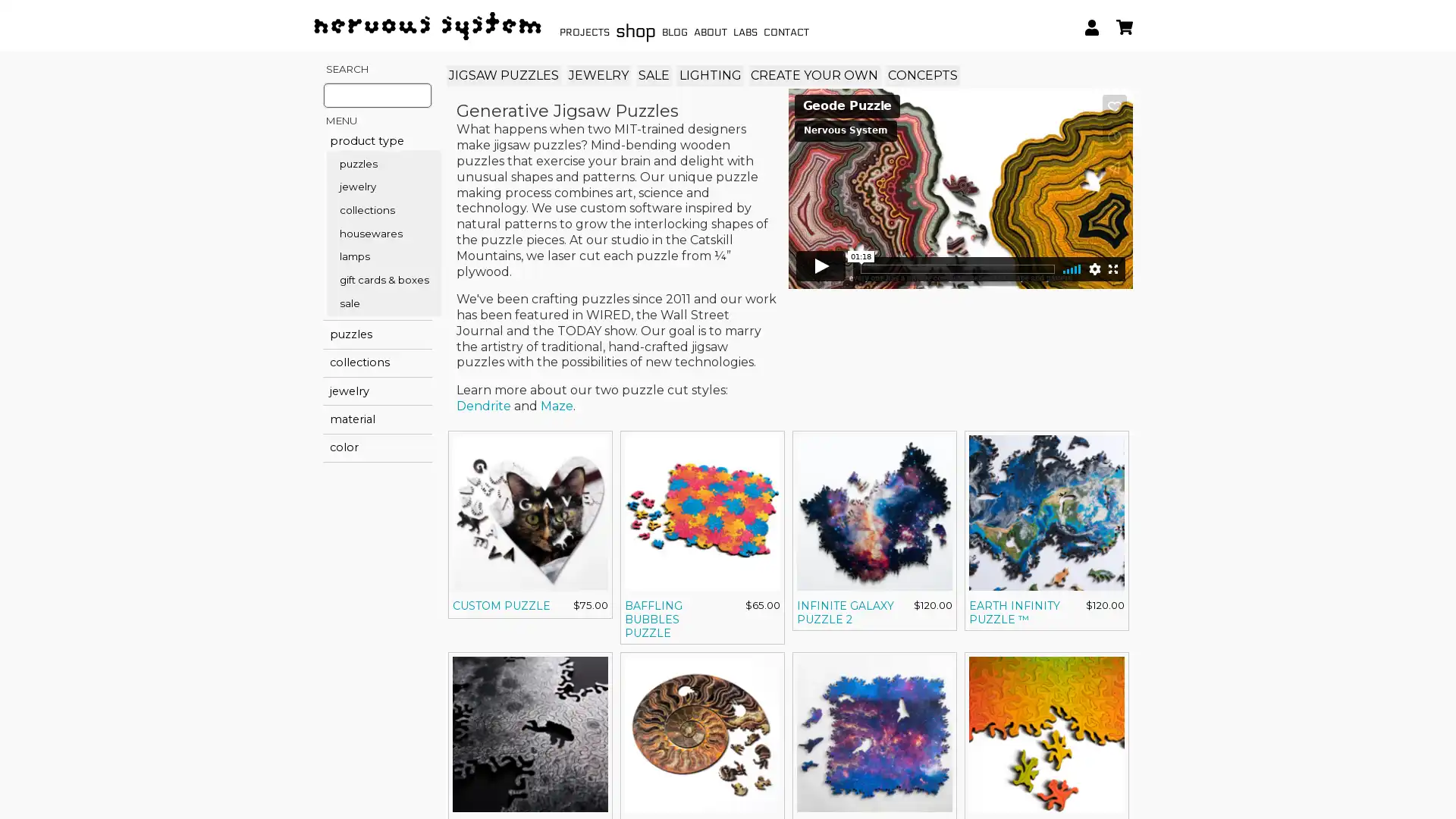 The width and height of the screenshot is (1456, 819). What do you see at coordinates (377, 362) in the screenshot?
I see `collections` at bounding box center [377, 362].